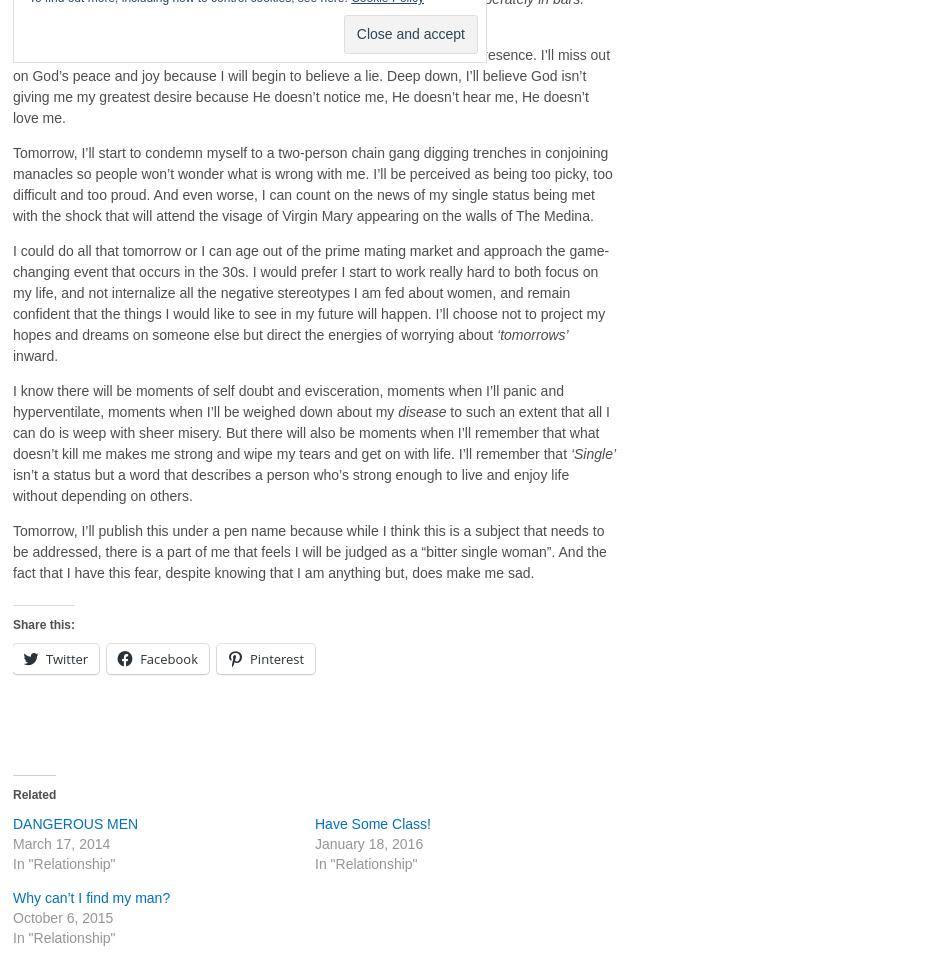 Image resolution: width=940 pixels, height=957 pixels. Describe the element at coordinates (276, 657) in the screenshot. I see `'Pinterest'` at that location.